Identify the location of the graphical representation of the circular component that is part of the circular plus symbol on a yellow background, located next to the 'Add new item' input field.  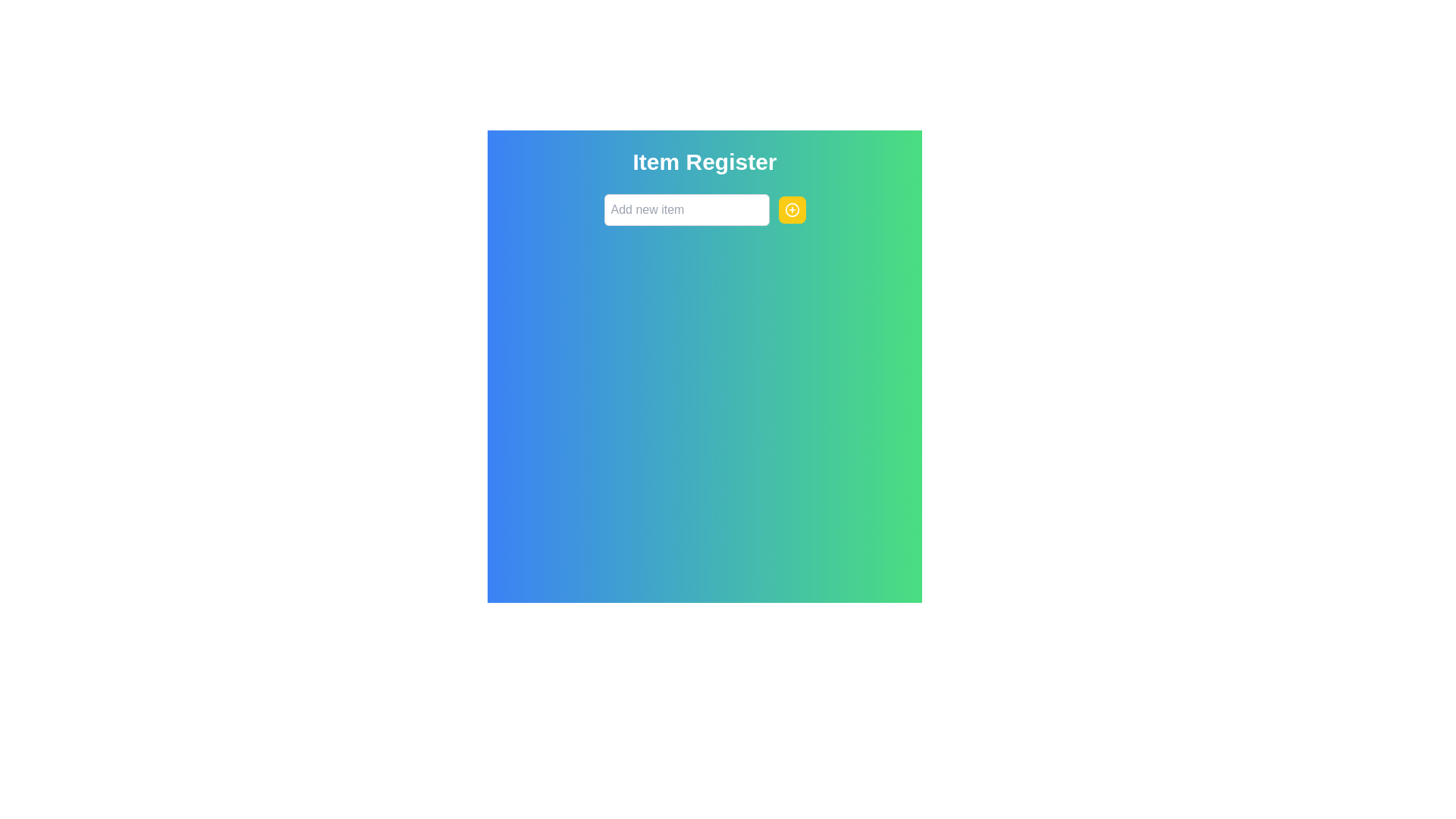
(791, 210).